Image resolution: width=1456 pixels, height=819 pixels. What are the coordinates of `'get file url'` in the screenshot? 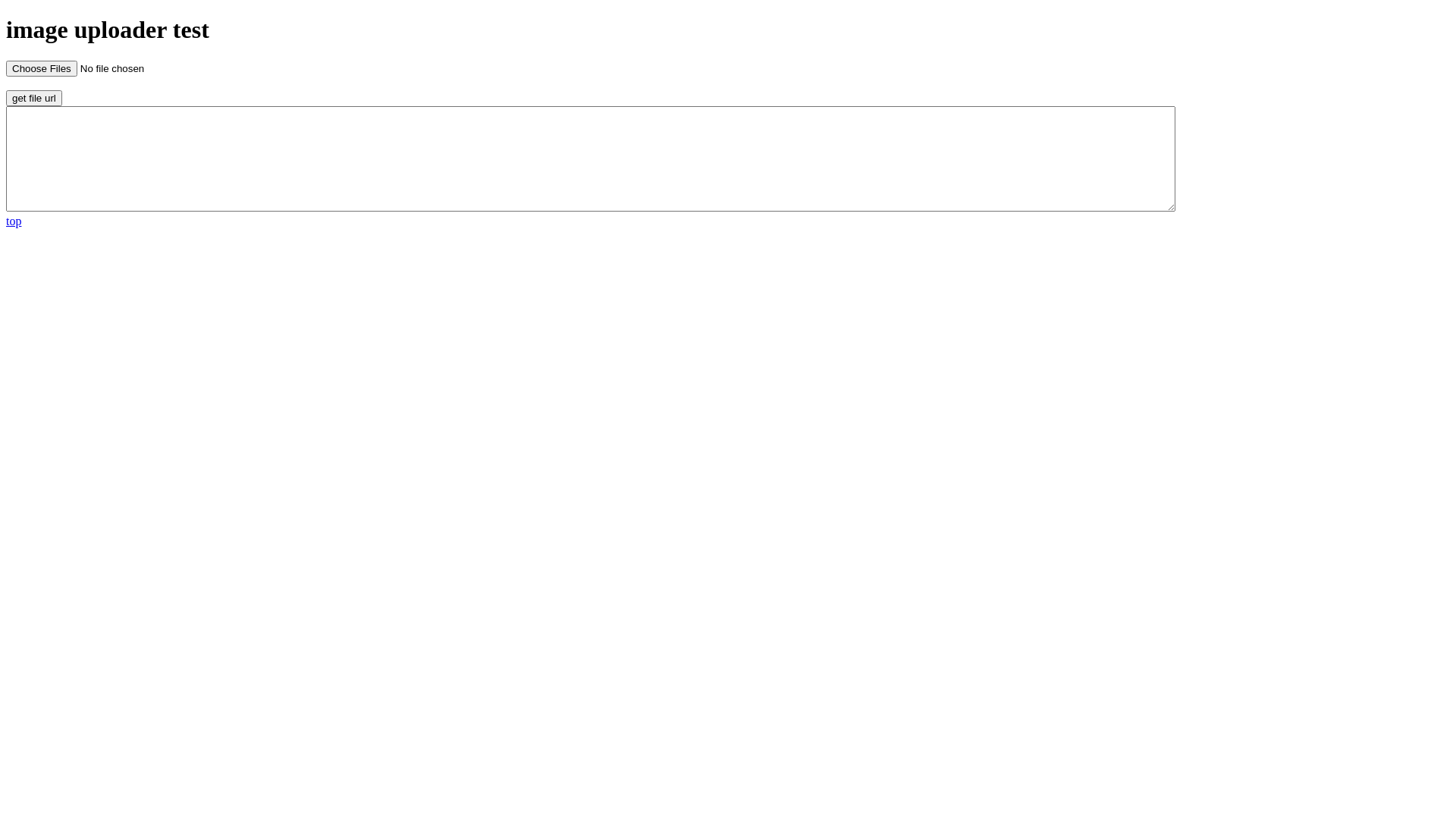 It's located at (33, 98).